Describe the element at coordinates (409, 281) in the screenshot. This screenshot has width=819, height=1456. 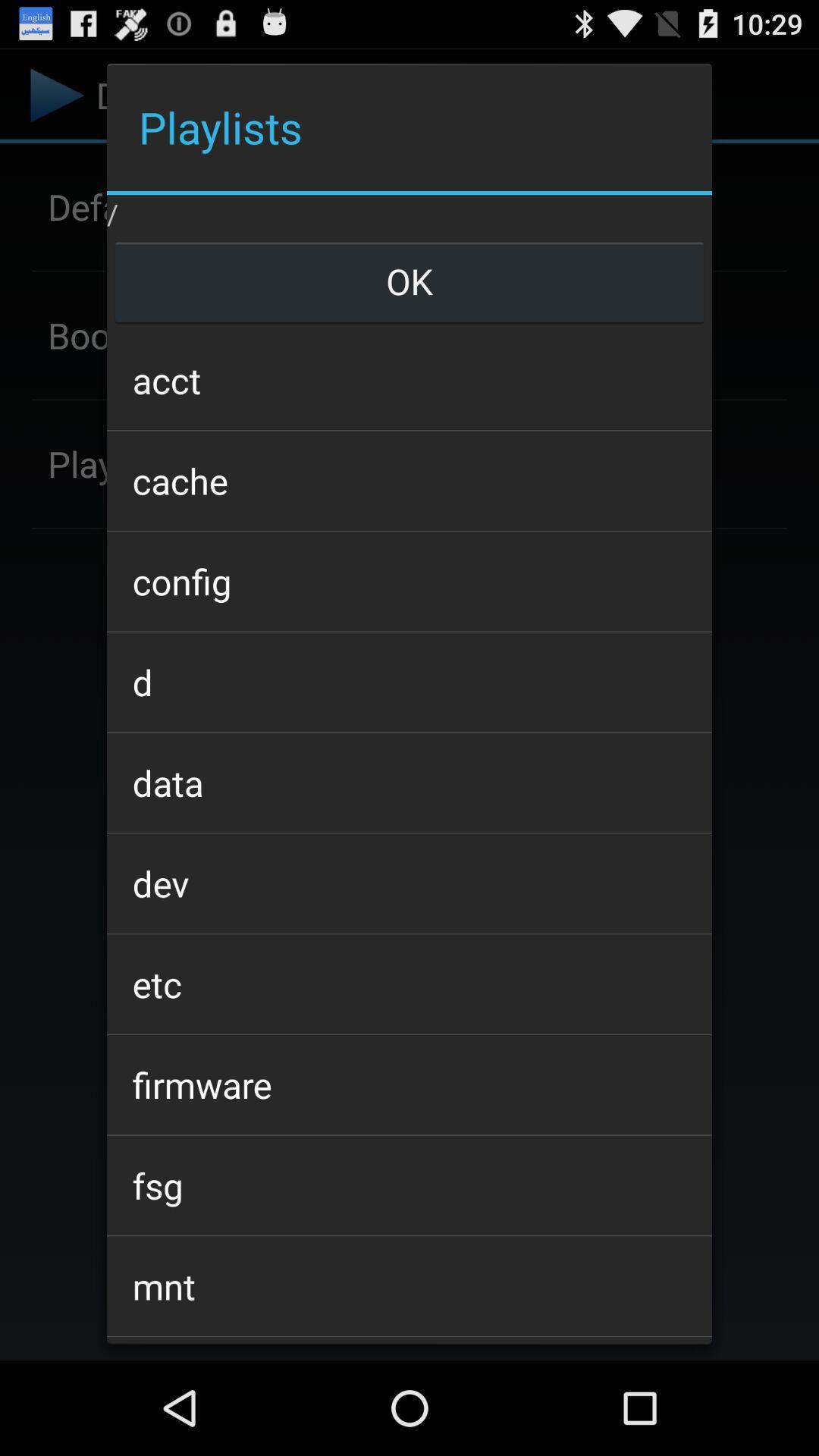
I see `item below the / app` at that location.